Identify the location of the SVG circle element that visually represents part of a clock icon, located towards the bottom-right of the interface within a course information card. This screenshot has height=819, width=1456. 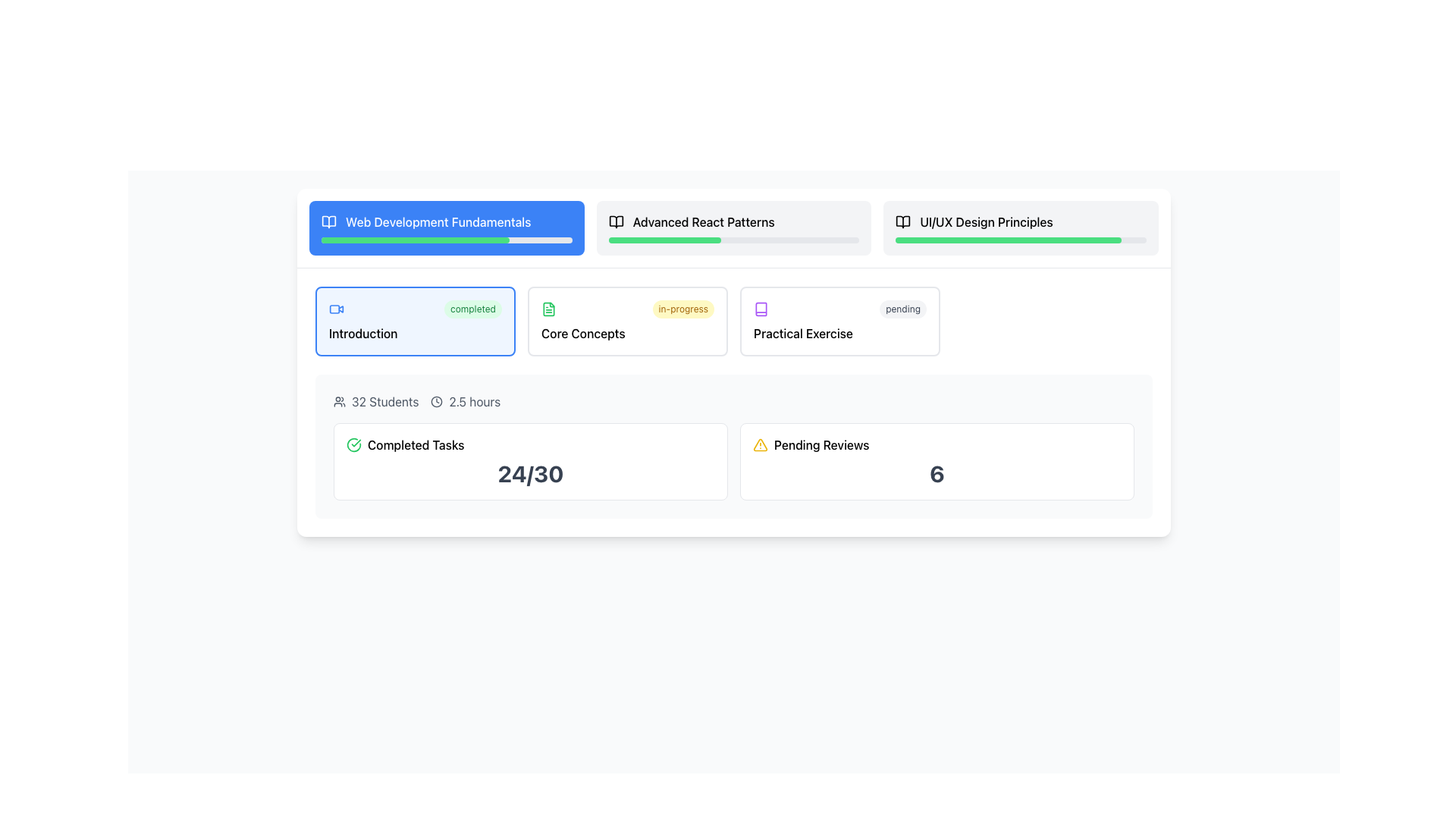
(436, 400).